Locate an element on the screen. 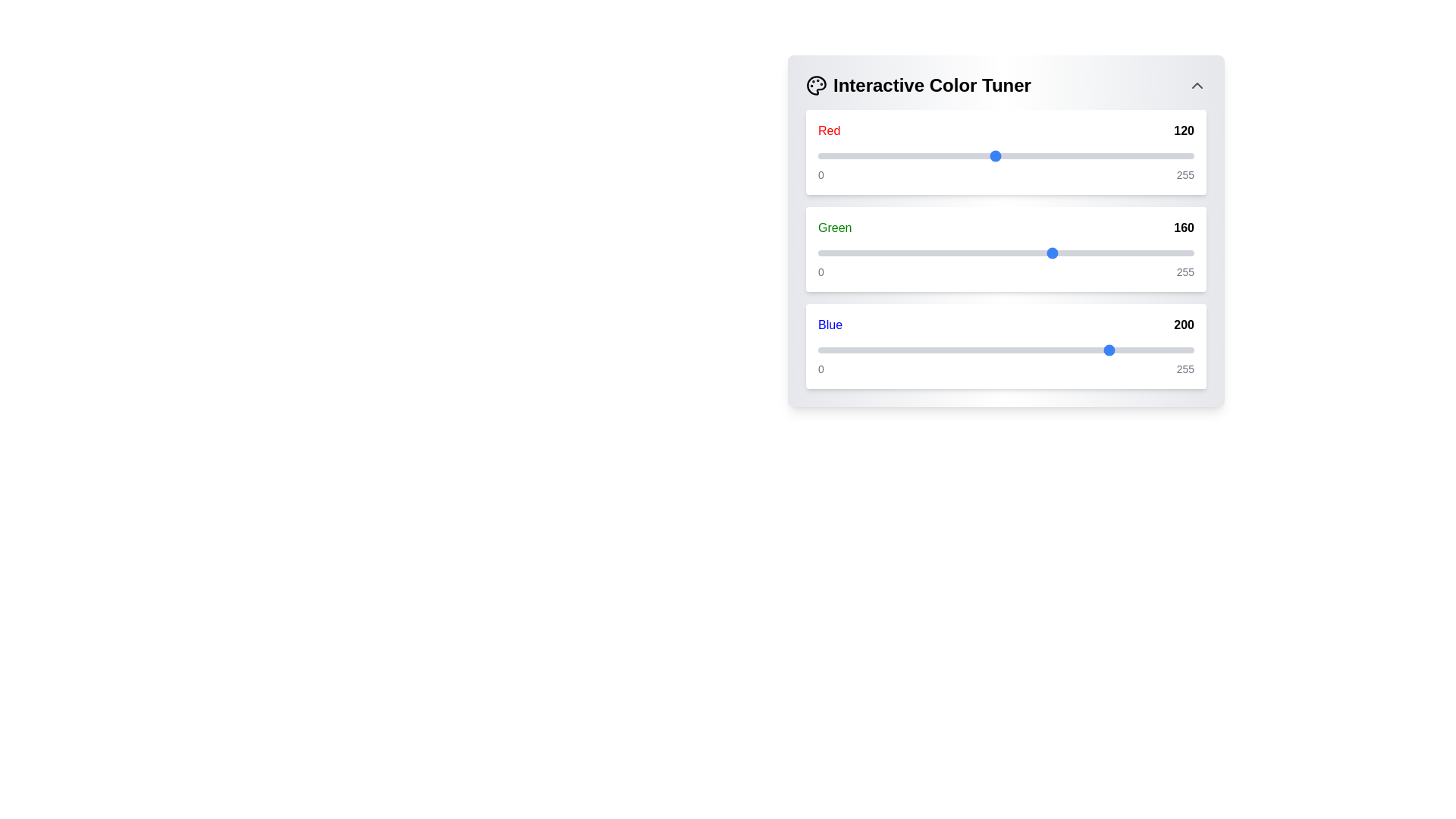 The image size is (1456, 819). the Blue slider value is located at coordinates (937, 350).